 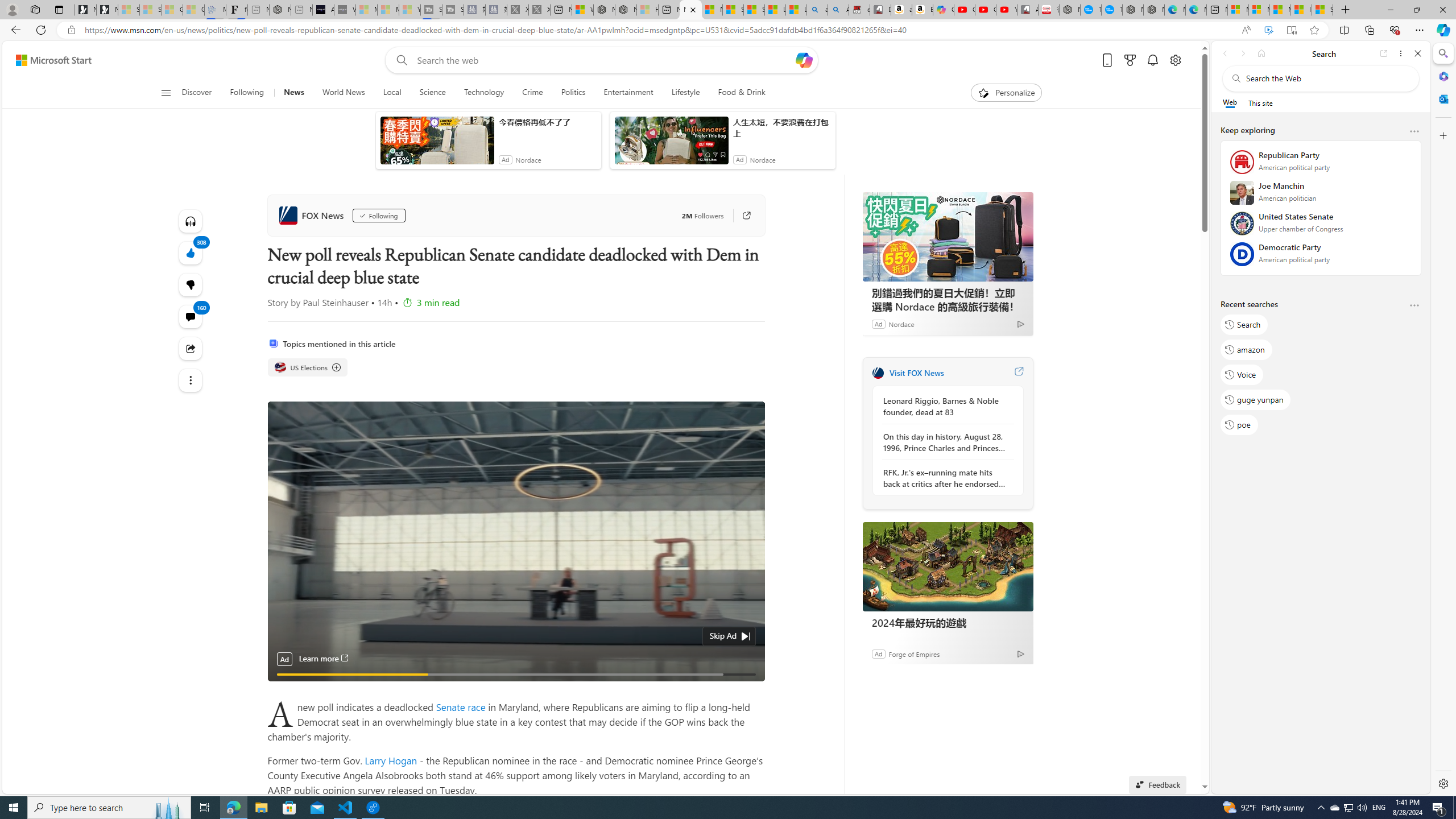 What do you see at coordinates (532, 92) in the screenshot?
I see `'Crime'` at bounding box center [532, 92].